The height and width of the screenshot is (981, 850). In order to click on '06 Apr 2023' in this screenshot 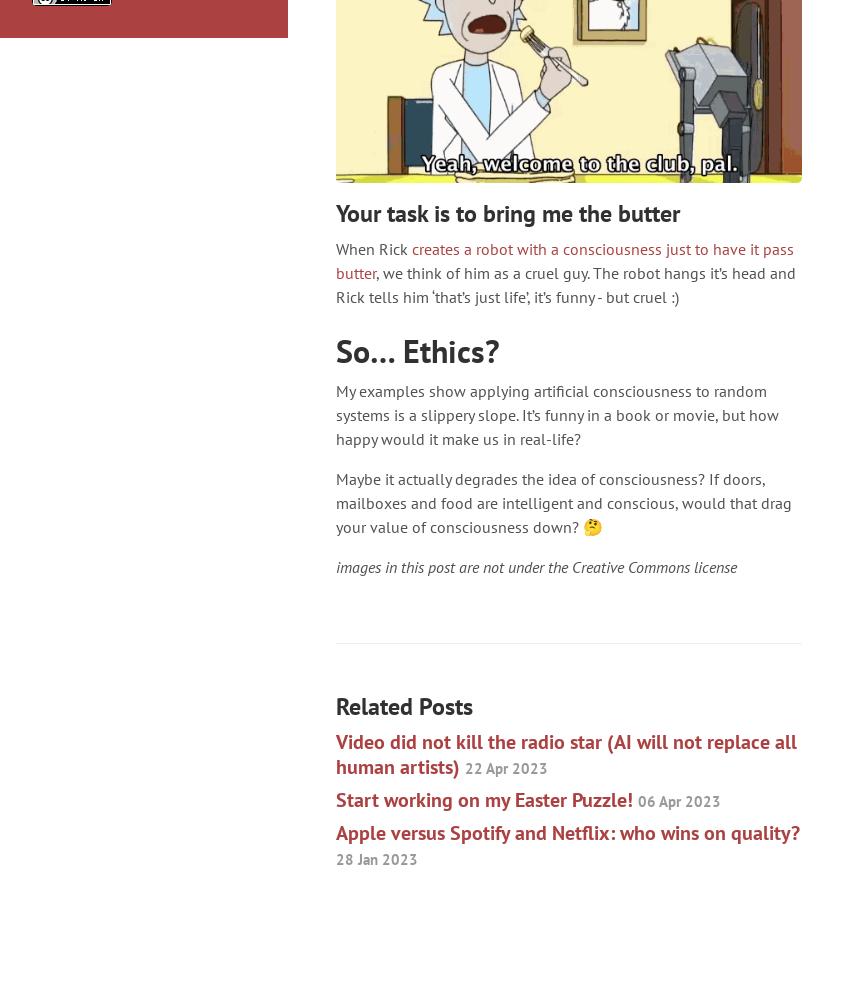, I will do `click(679, 800)`.